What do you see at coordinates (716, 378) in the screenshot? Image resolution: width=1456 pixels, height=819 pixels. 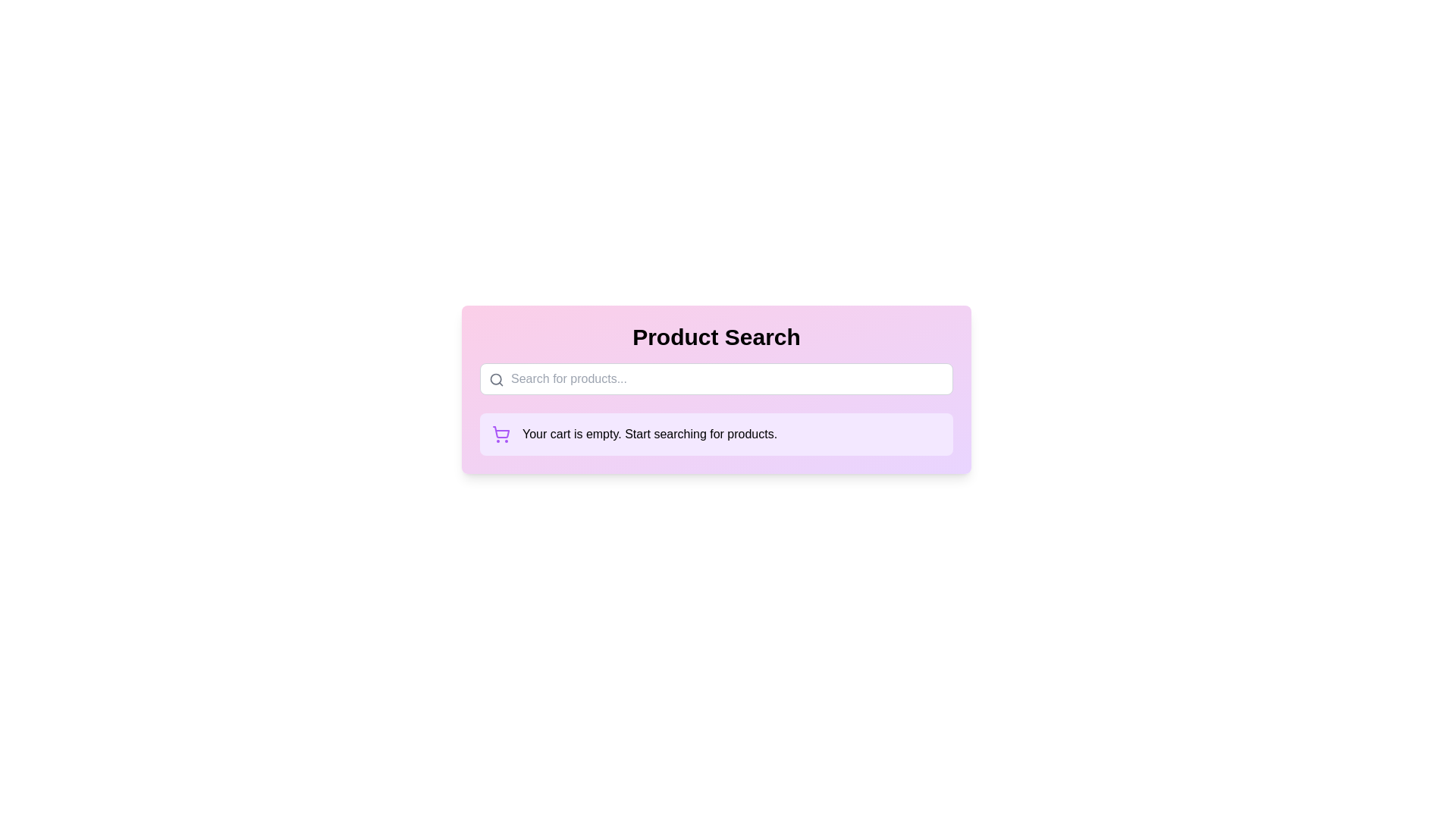 I see `the search input box with a light gray placeholder 'Search for products...' to focus on it` at bounding box center [716, 378].